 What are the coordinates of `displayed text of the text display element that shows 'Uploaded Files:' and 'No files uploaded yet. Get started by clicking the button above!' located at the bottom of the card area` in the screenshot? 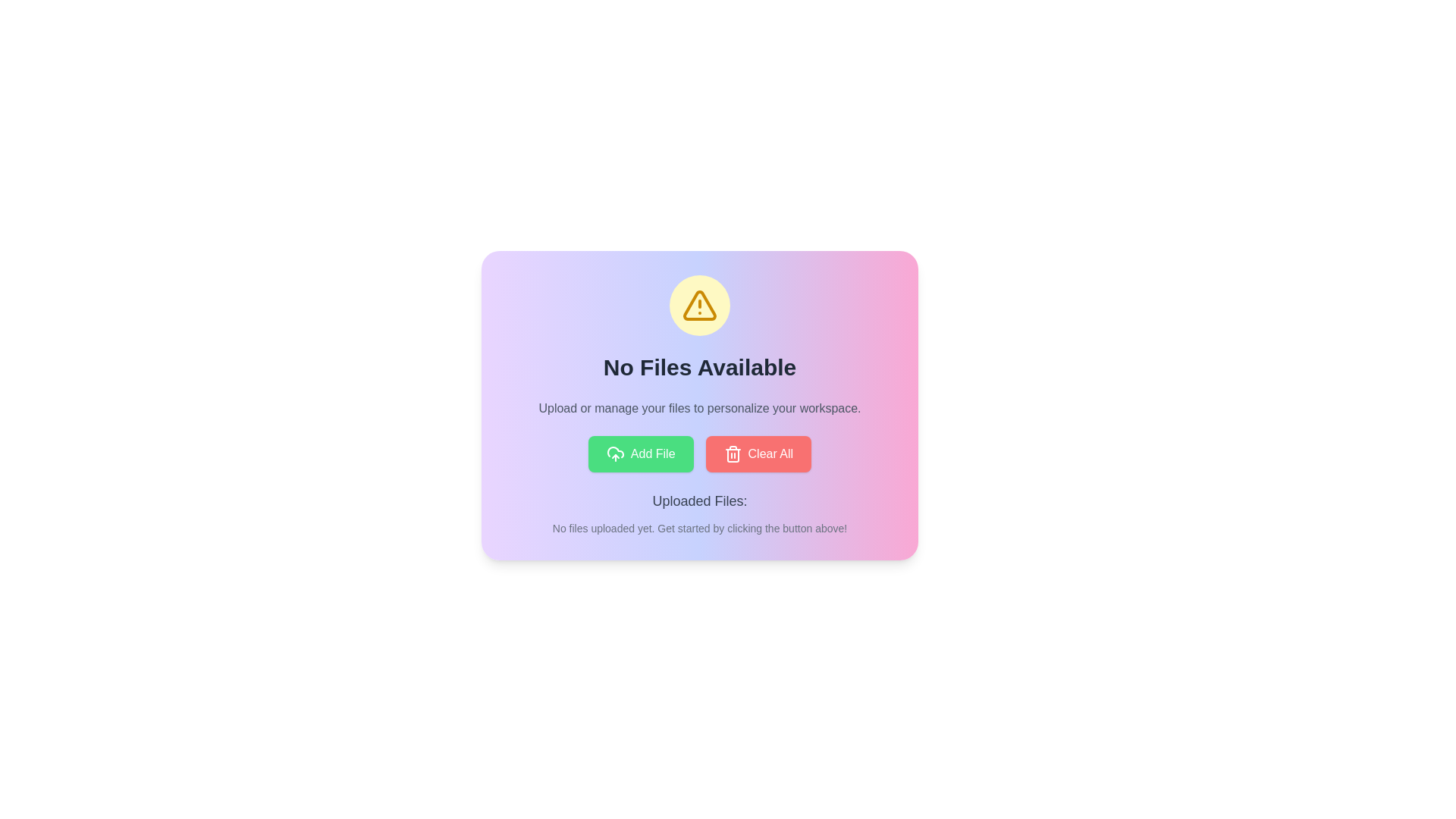 It's located at (698, 513).